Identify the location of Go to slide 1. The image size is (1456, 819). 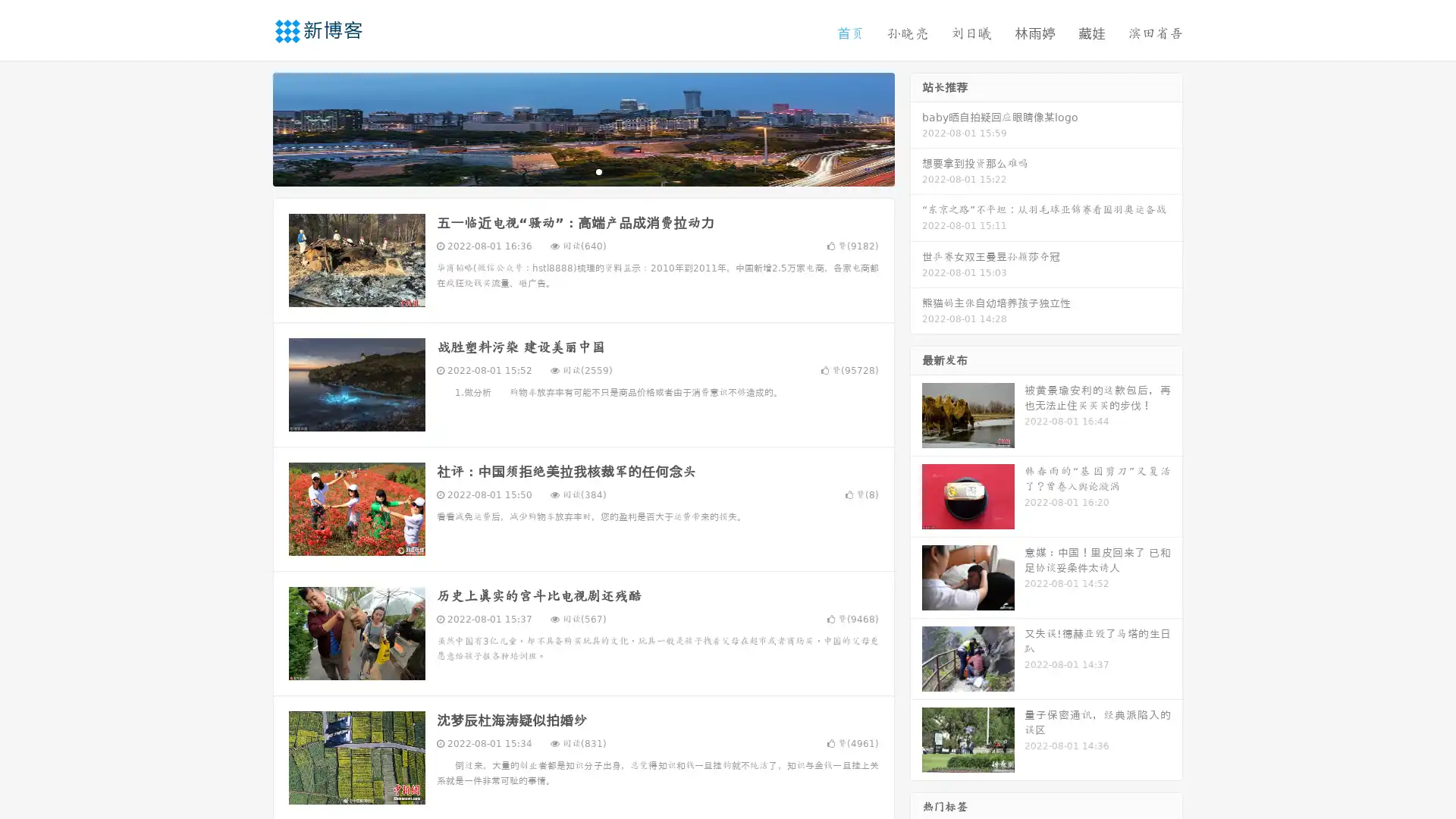
(567, 171).